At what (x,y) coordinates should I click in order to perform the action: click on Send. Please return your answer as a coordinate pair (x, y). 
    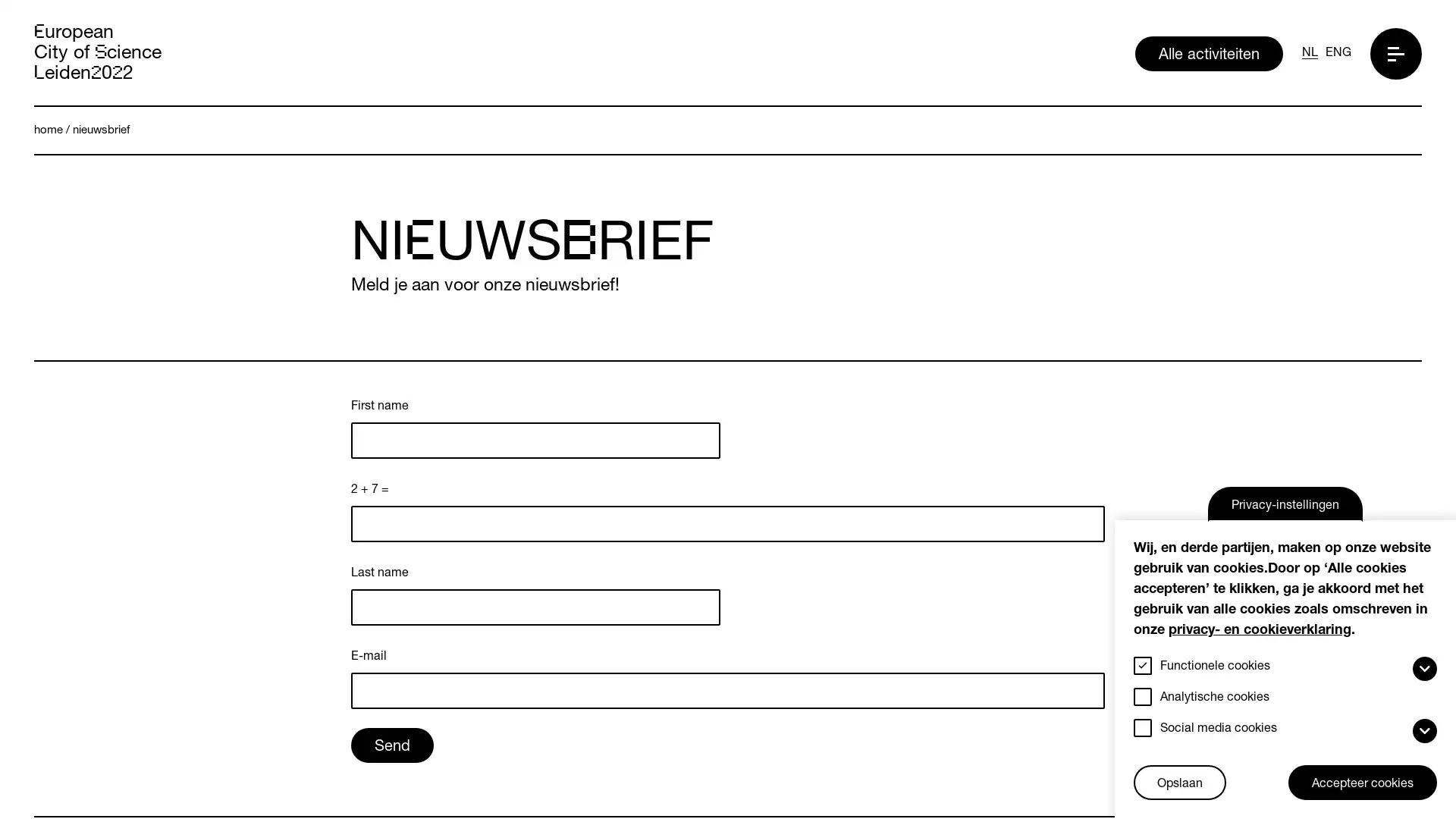
    Looking at the image, I should click on (392, 579).